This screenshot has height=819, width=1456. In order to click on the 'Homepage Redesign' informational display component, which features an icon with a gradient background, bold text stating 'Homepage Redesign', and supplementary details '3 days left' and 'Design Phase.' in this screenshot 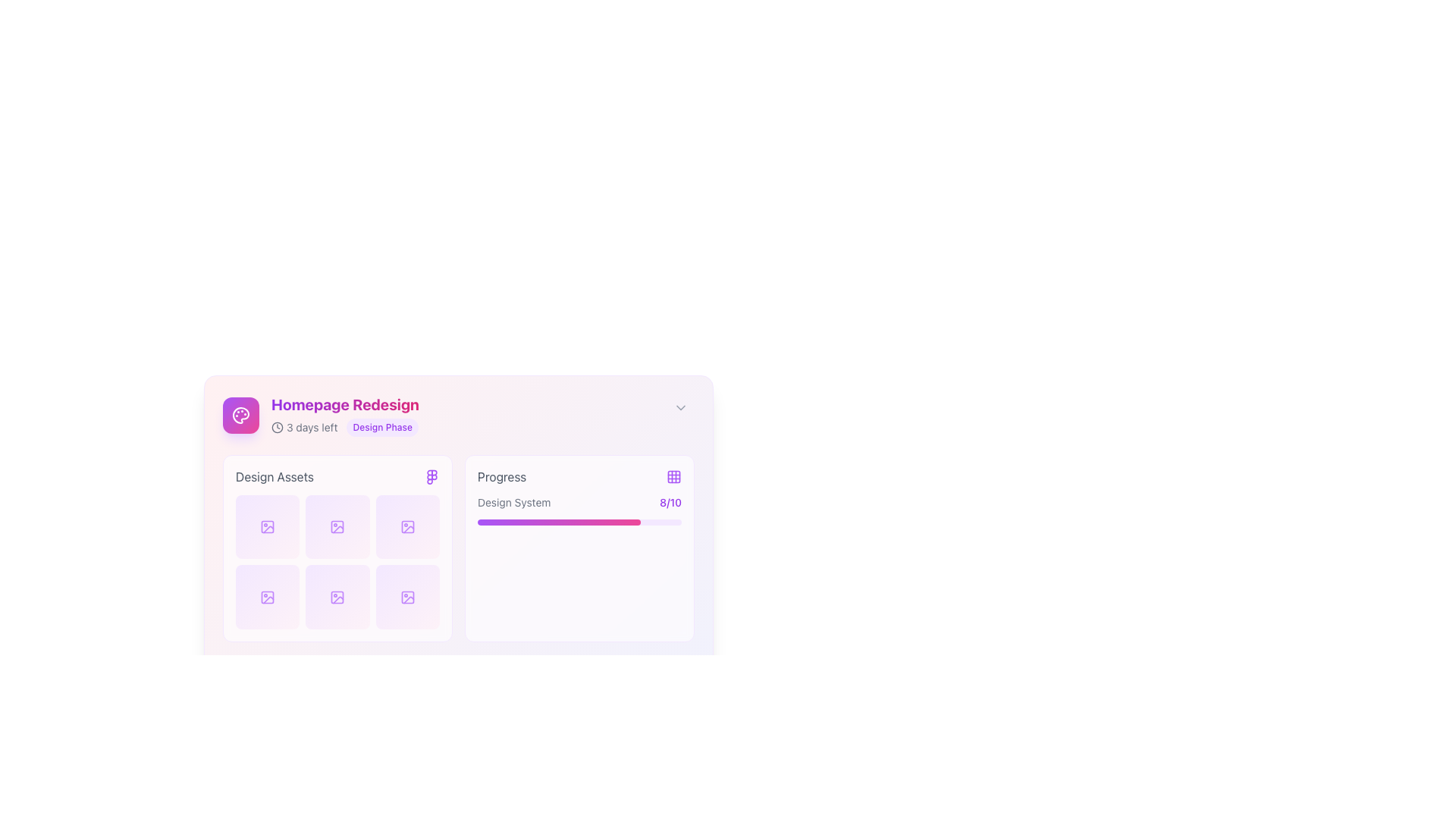, I will do `click(320, 415)`.